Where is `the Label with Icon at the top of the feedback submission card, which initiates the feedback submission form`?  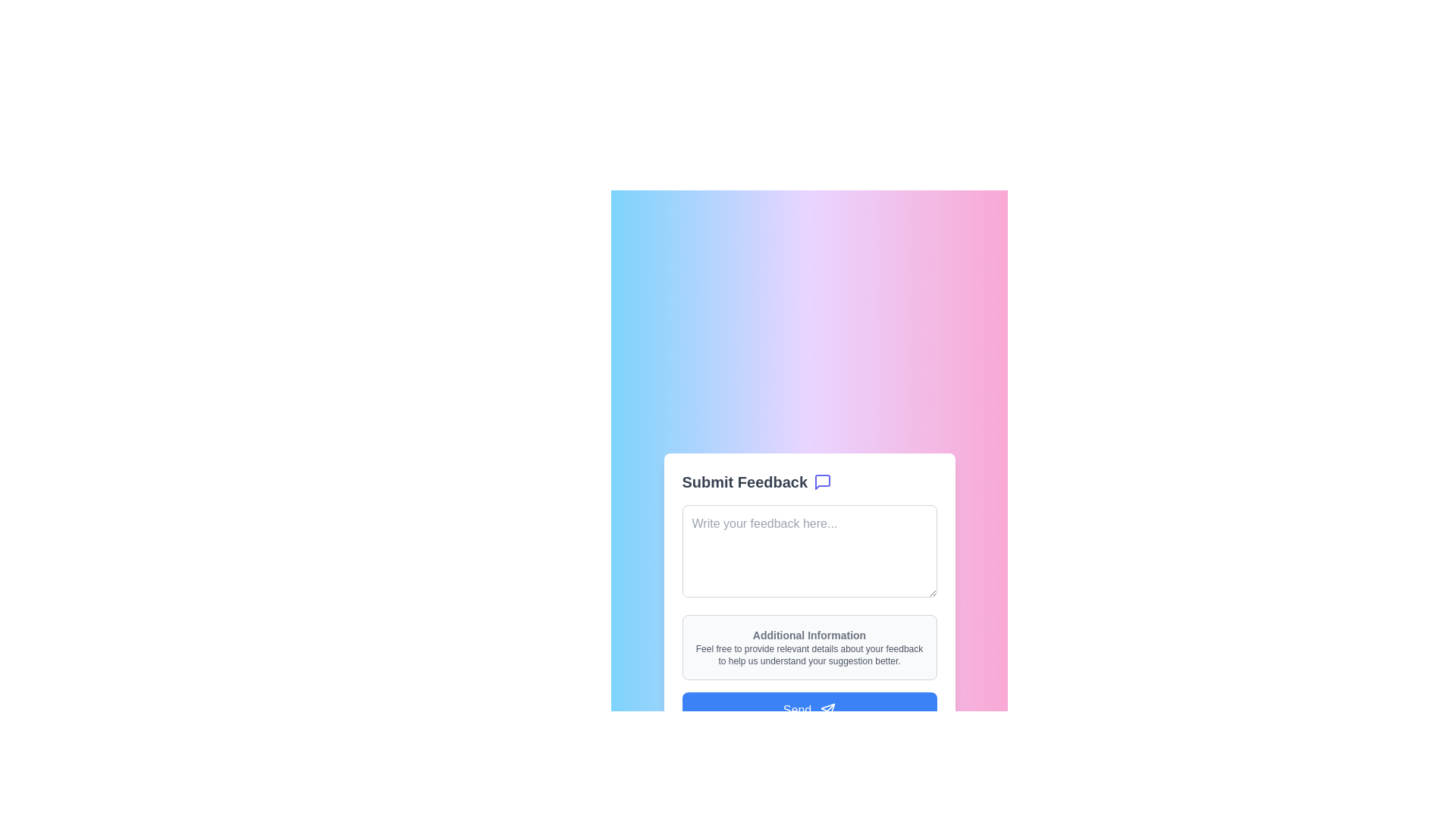 the Label with Icon at the top of the feedback submission card, which initiates the feedback submission form is located at coordinates (808, 482).